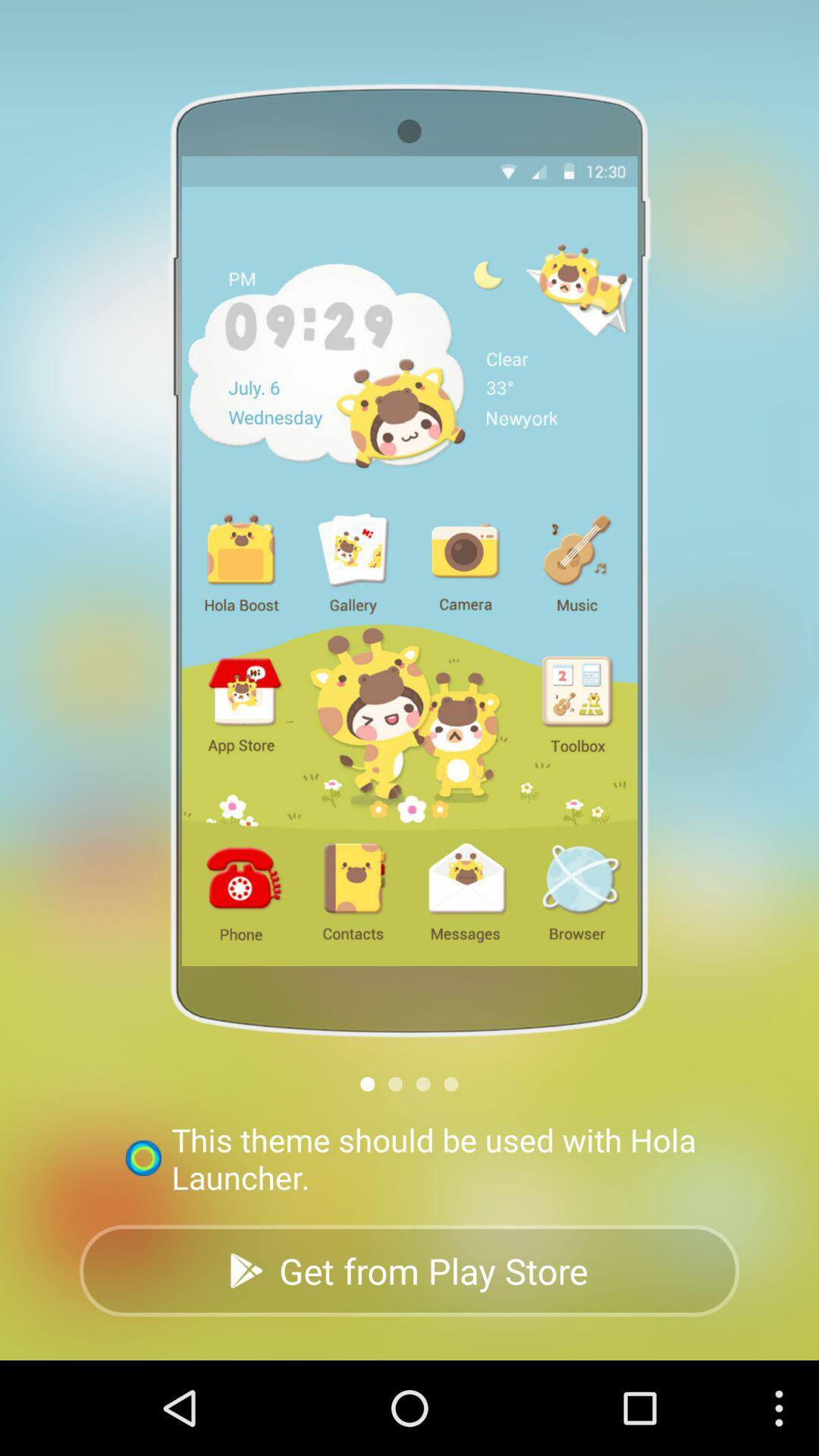 Image resolution: width=819 pixels, height=1456 pixels. What do you see at coordinates (423, 1083) in the screenshot?
I see `next` at bounding box center [423, 1083].